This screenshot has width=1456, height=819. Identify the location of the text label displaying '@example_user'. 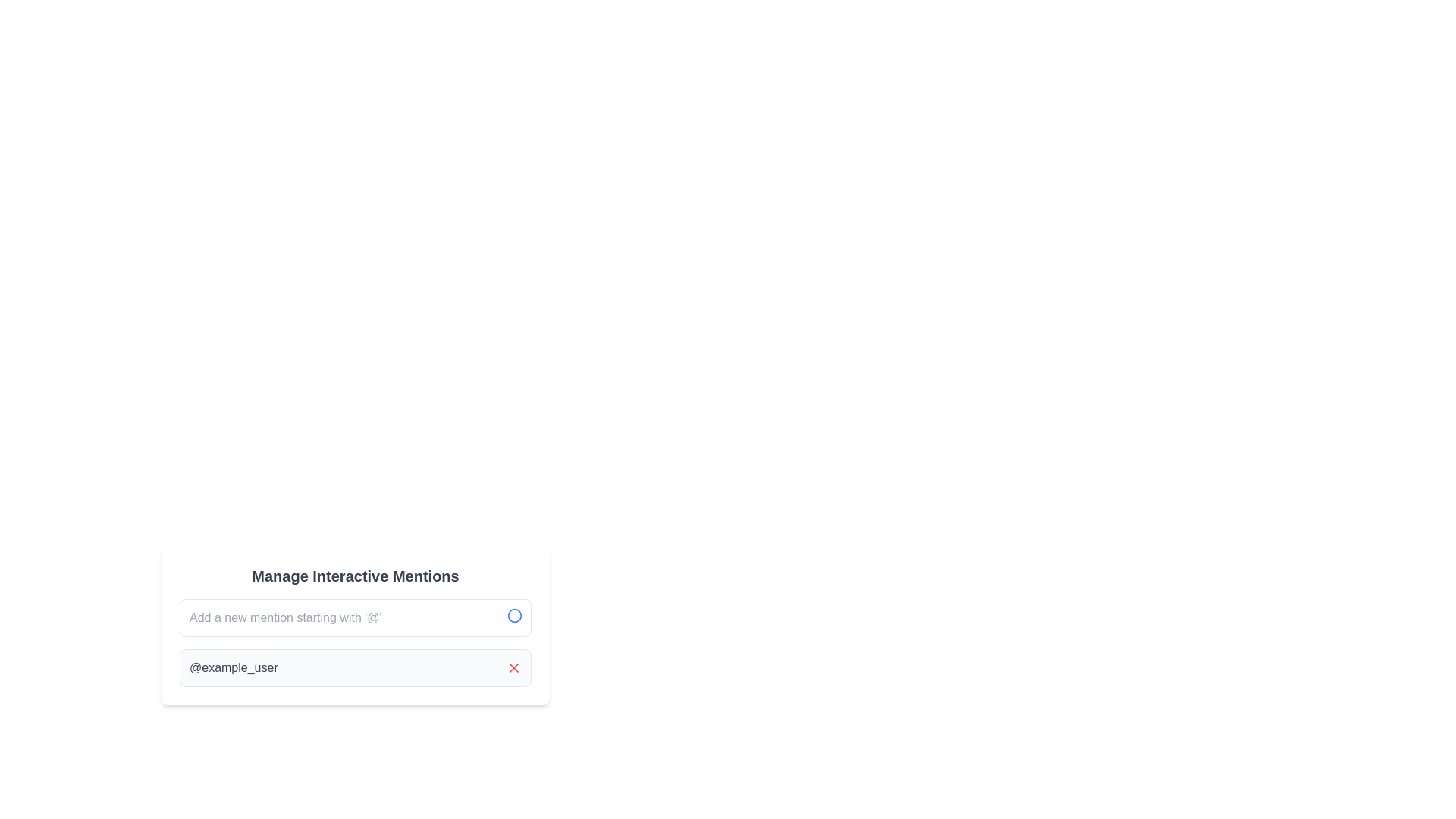
(233, 667).